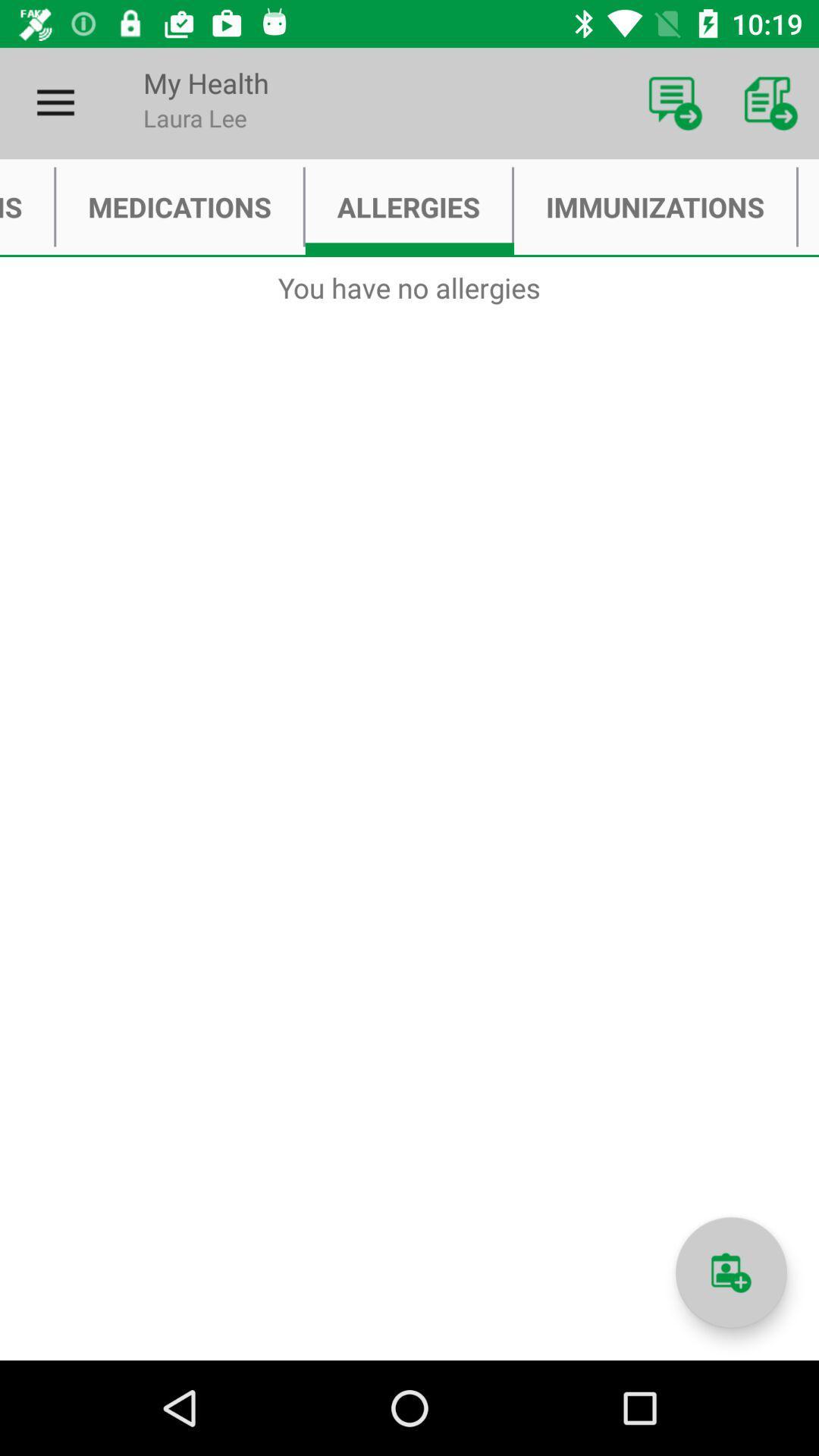  What do you see at coordinates (675, 102) in the screenshot?
I see `item to the right of my health item` at bounding box center [675, 102].